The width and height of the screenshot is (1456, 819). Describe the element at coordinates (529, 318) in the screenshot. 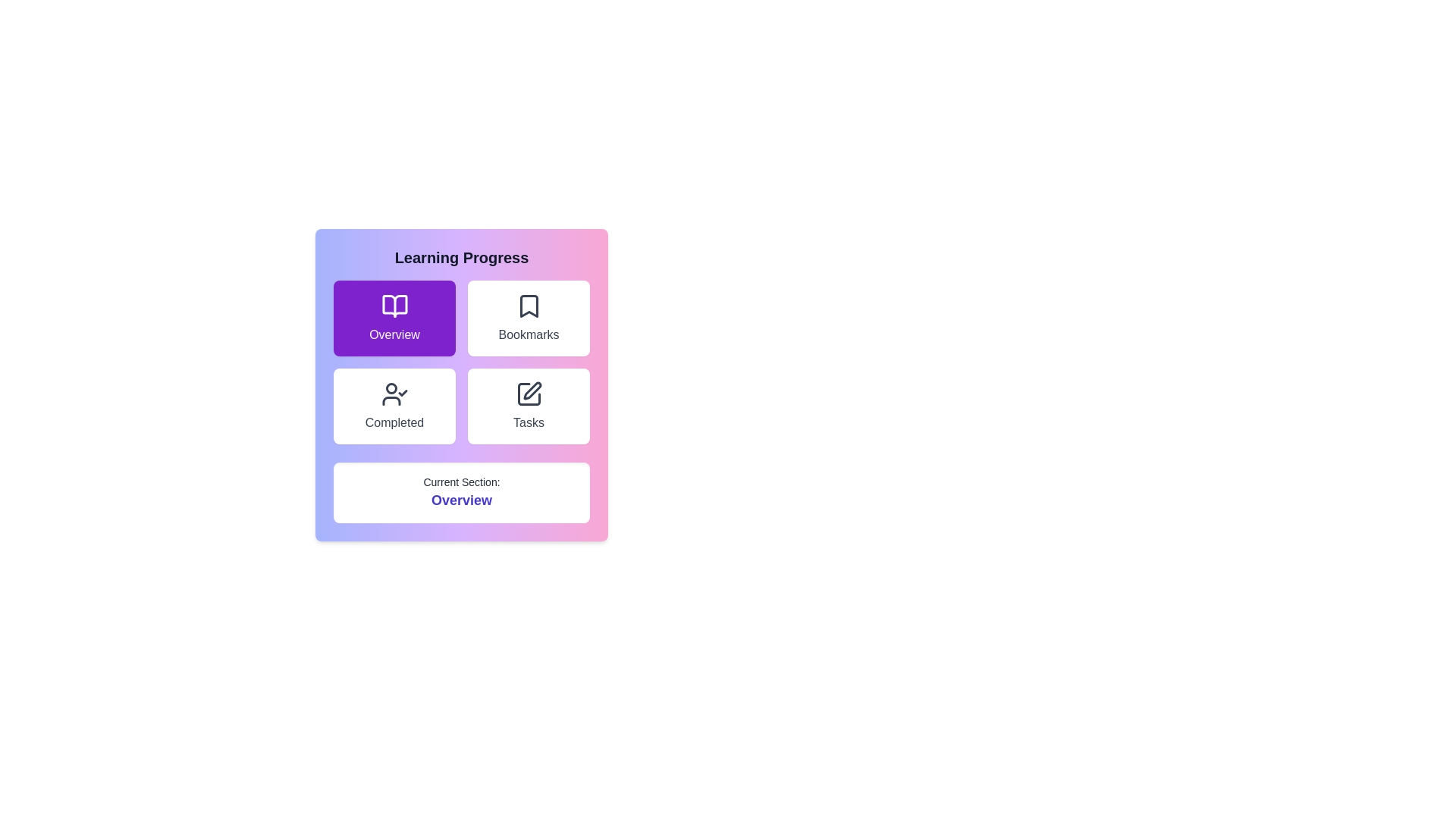

I see `the button corresponding to the Bookmarks section` at that location.